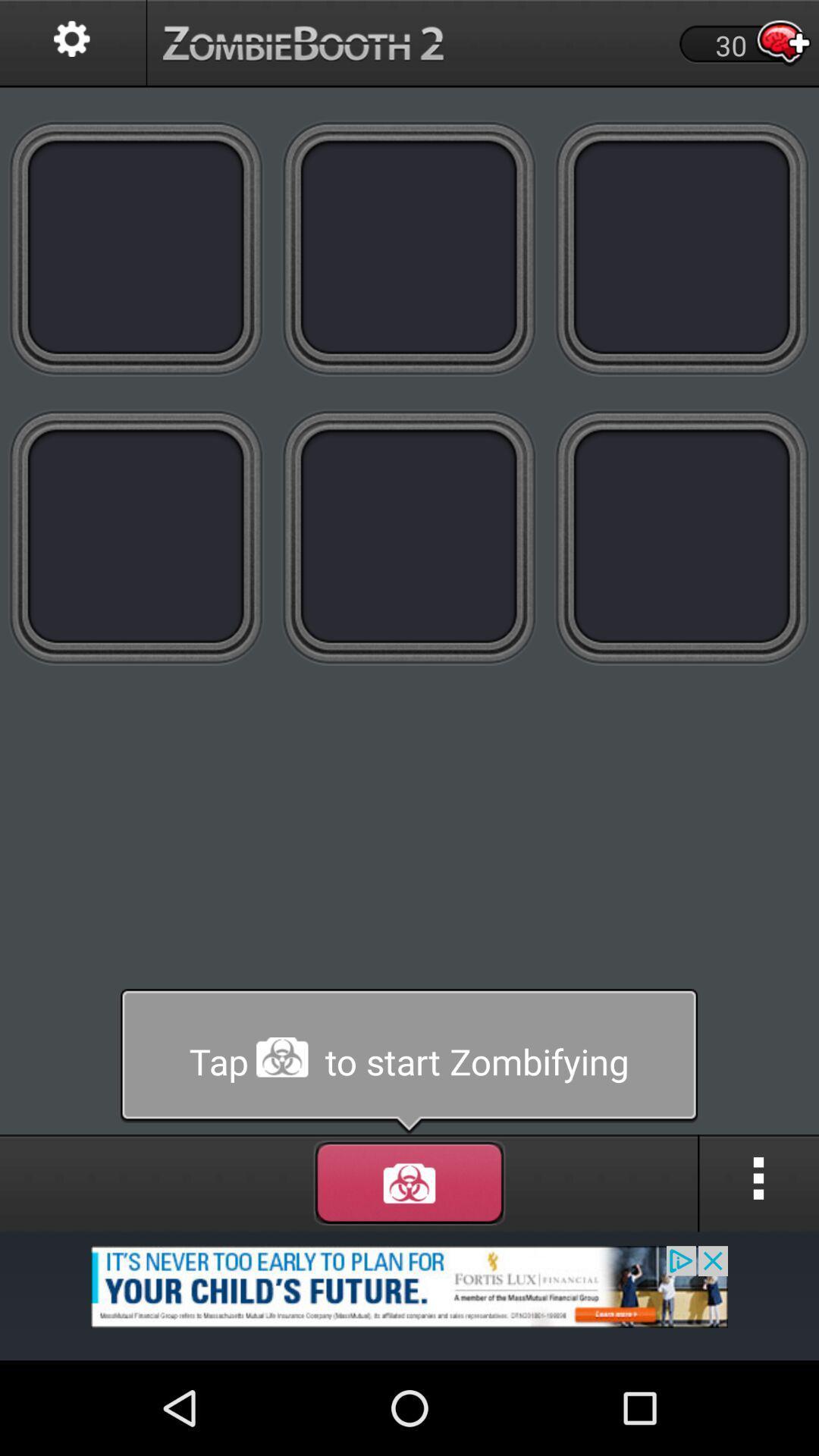 Image resolution: width=819 pixels, height=1456 pixels. What do you see at coordinates (409, 247) in the screenshot?
I see `colors page` at bounding box center [409, 247].